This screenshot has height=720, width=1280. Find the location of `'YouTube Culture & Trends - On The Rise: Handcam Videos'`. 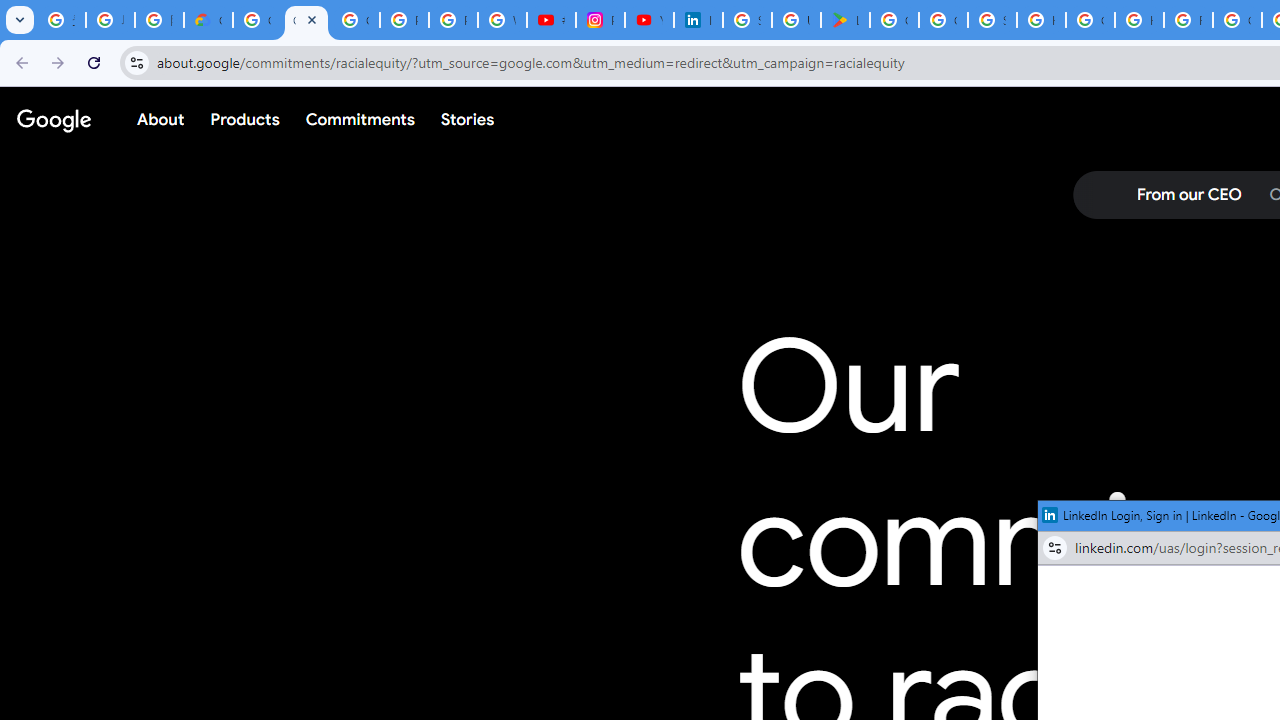

'YouTube Culture & Trends - On The Rise: Handcam Videos' is located at coordinates (649, 20).